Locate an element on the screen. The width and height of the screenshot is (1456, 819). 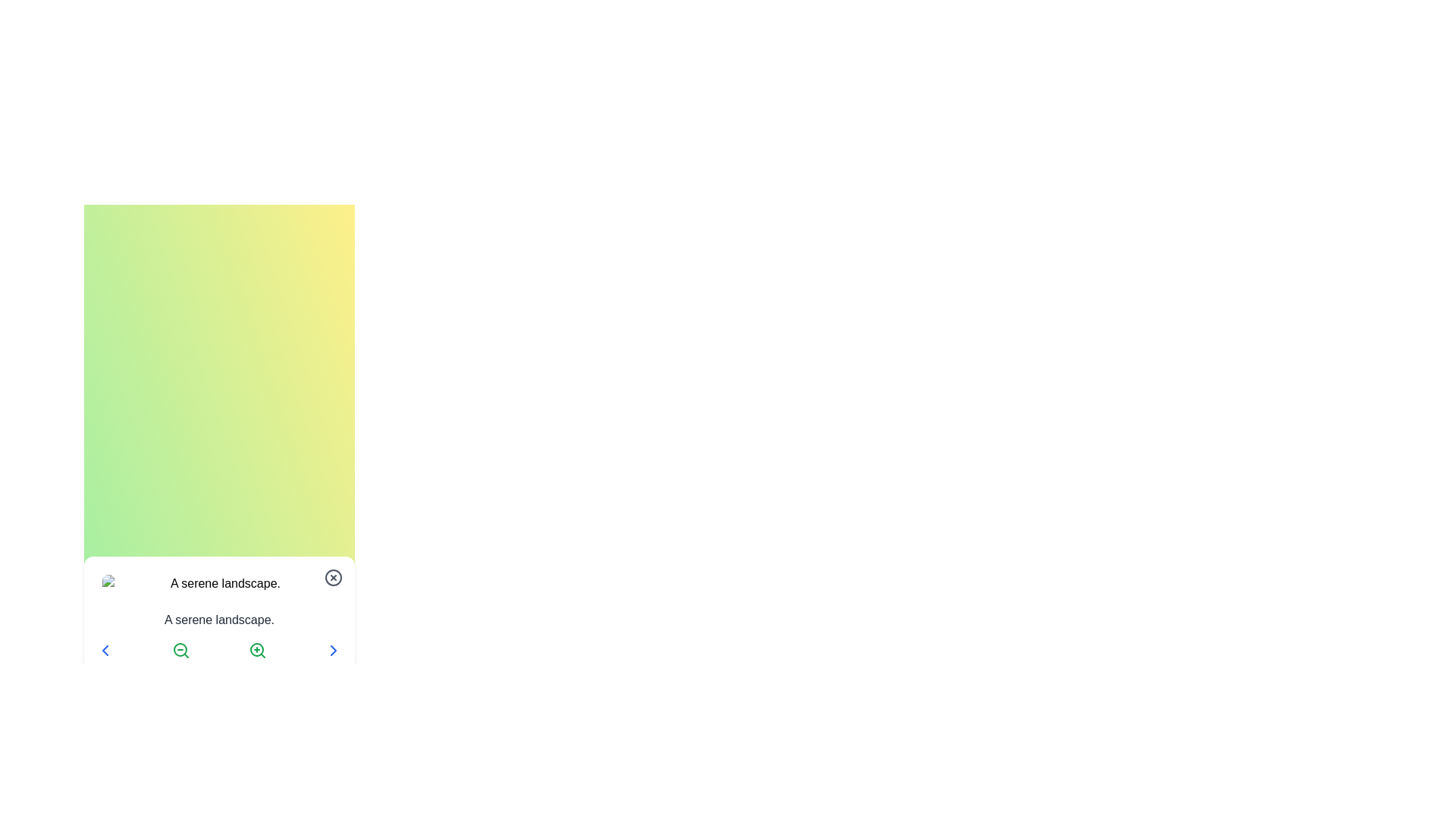
the interactive close button icon located in the top-right corner of the white card to change its appearance is located at coordinates (333, 578).